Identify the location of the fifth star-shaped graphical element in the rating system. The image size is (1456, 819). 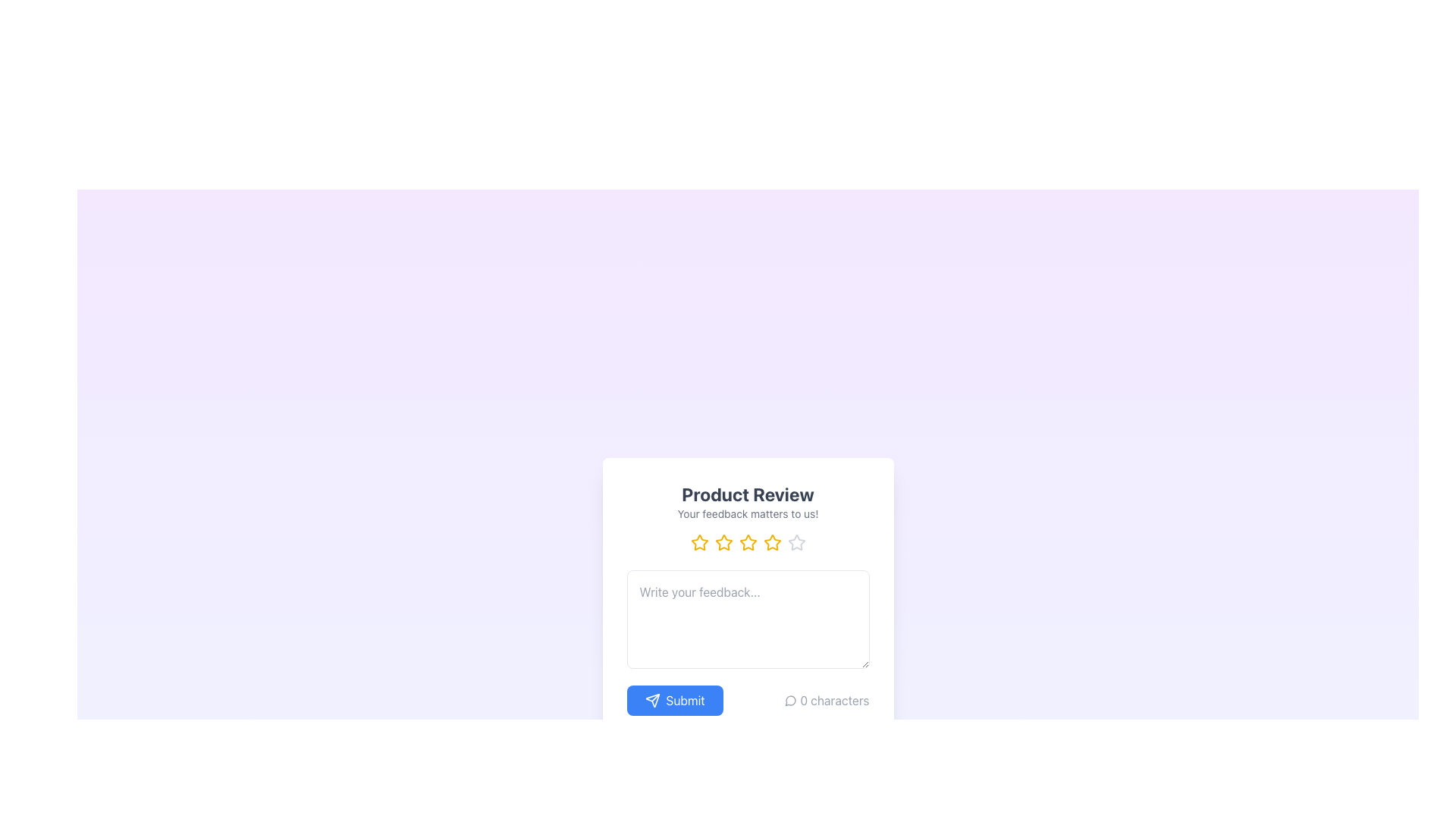
(795, 541).